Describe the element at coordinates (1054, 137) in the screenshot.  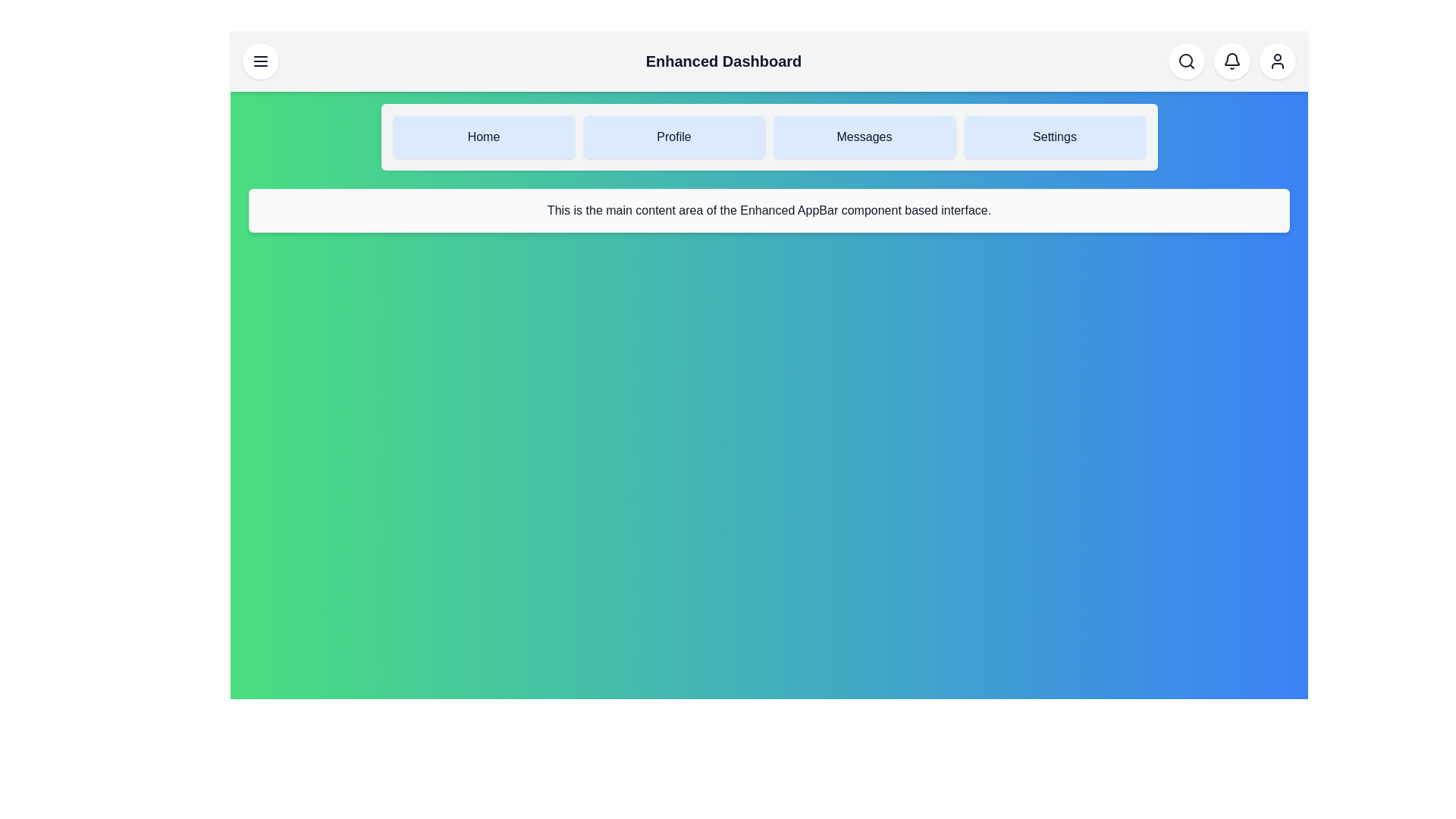
I see `the navigation item Settings` at that location.